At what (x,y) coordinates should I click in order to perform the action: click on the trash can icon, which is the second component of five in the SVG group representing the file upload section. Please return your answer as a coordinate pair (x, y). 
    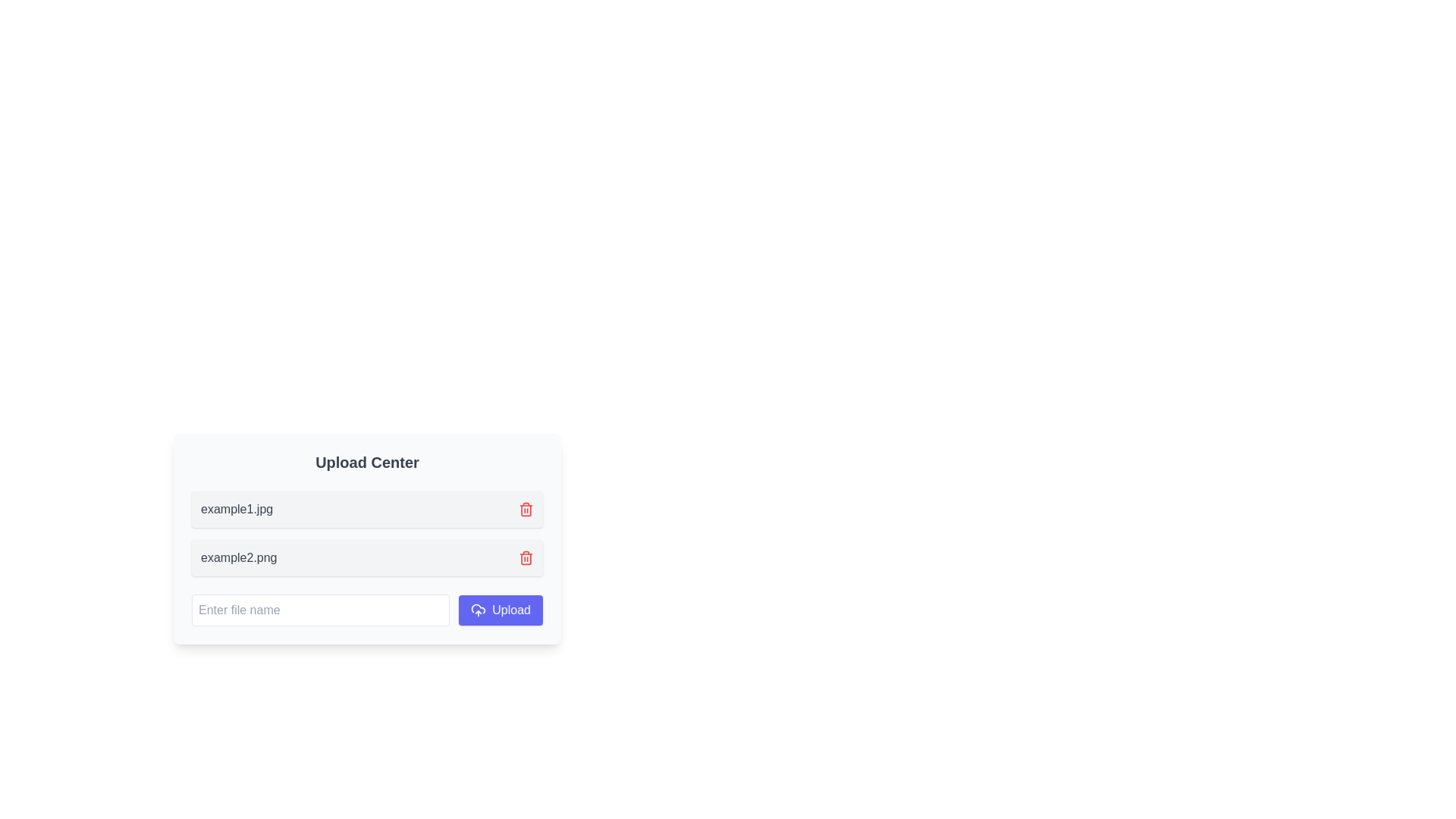
    Looking at the image, I should click on (526, 510).